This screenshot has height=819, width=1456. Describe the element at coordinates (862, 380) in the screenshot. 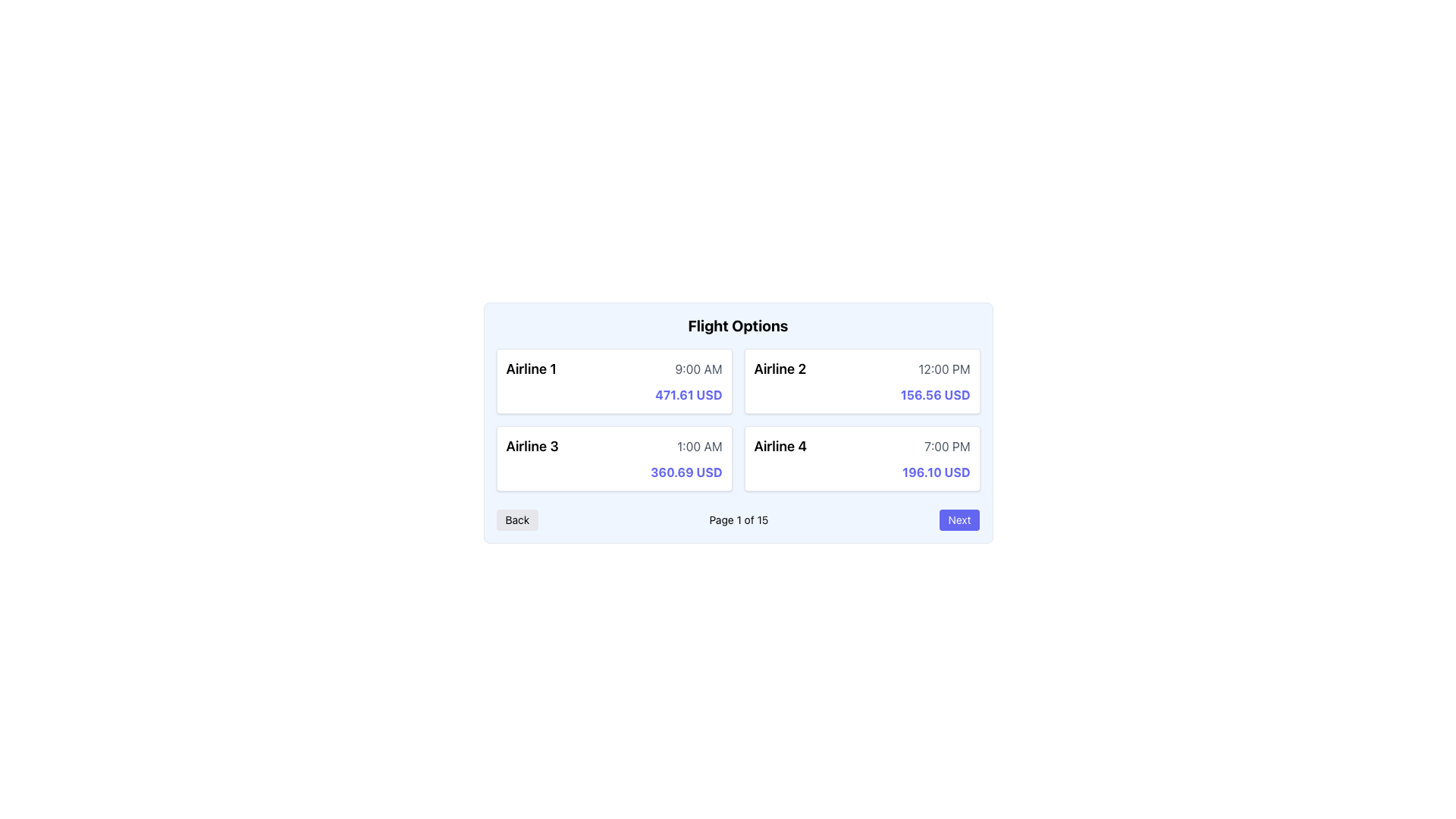

I see `the selectable card representing a specific airline flight, located in the upper-right section of a 2x2 grid` at that location.